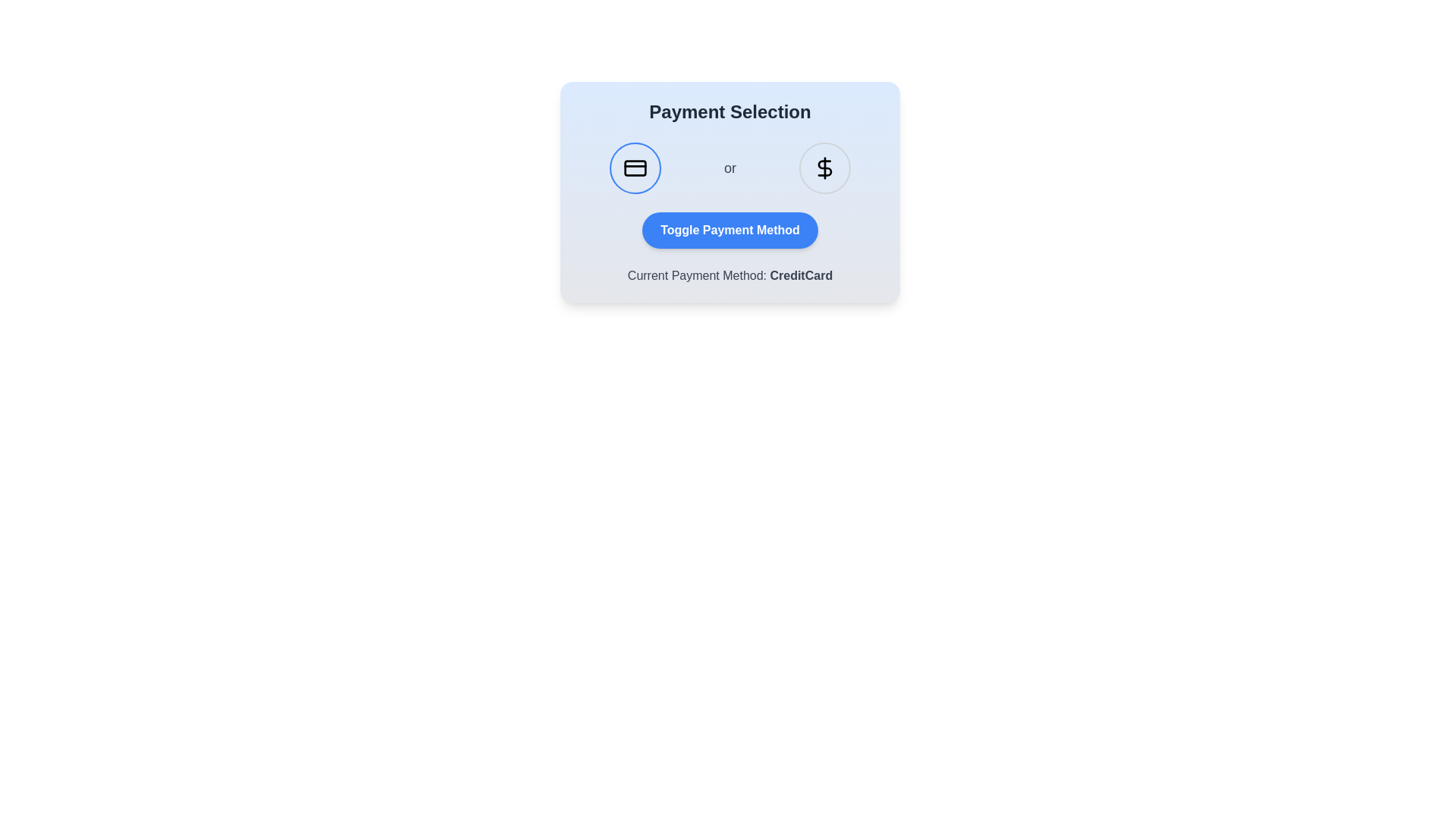  What do you see at coordinates (824, 168) in the screenshot?
I see `the payment method icon located on the right side of the highlighted payment selection area, adjacent to the 'or' text` at bounding box center [824, 168].